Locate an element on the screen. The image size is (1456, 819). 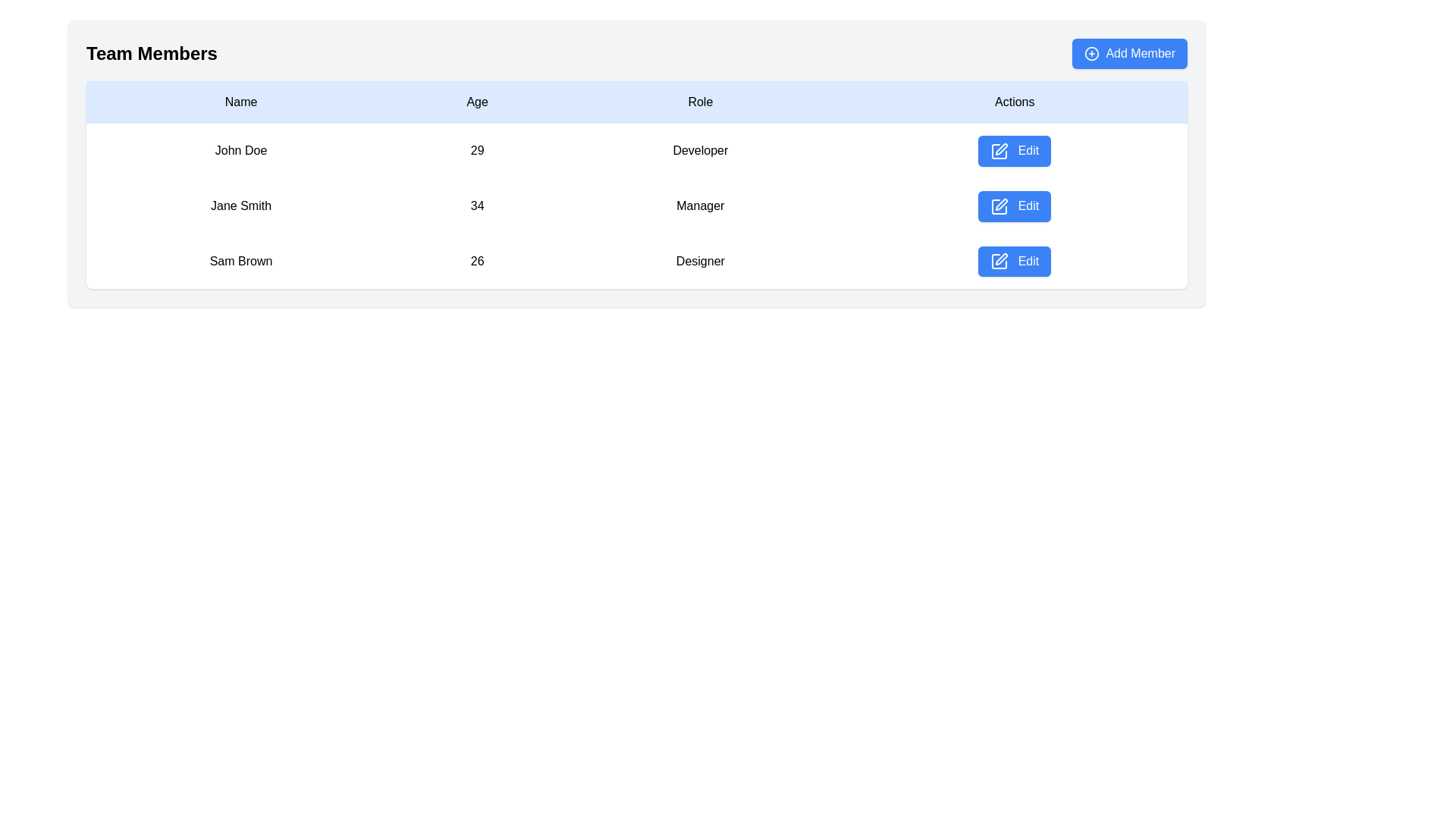
the text label displaying the age of 'Sam Brown' in the second column of the third row within the 'Team Members' section is located at coordinates (476, 260).